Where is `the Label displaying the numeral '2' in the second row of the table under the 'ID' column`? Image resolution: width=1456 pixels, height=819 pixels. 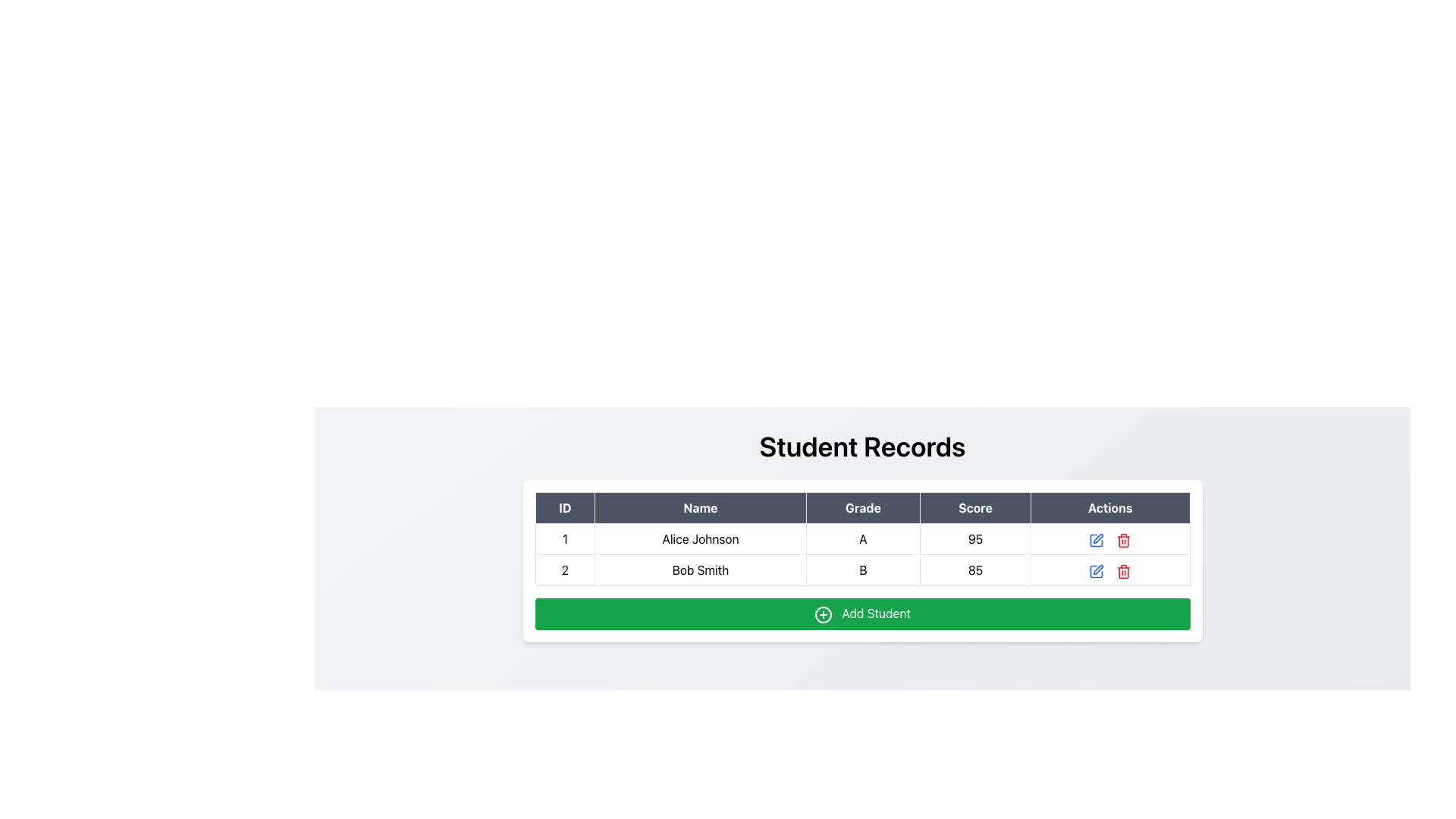 the Label displaying the numeral '2' in the second row of the table under the 'ID' column is located at coordinates (564, 570).